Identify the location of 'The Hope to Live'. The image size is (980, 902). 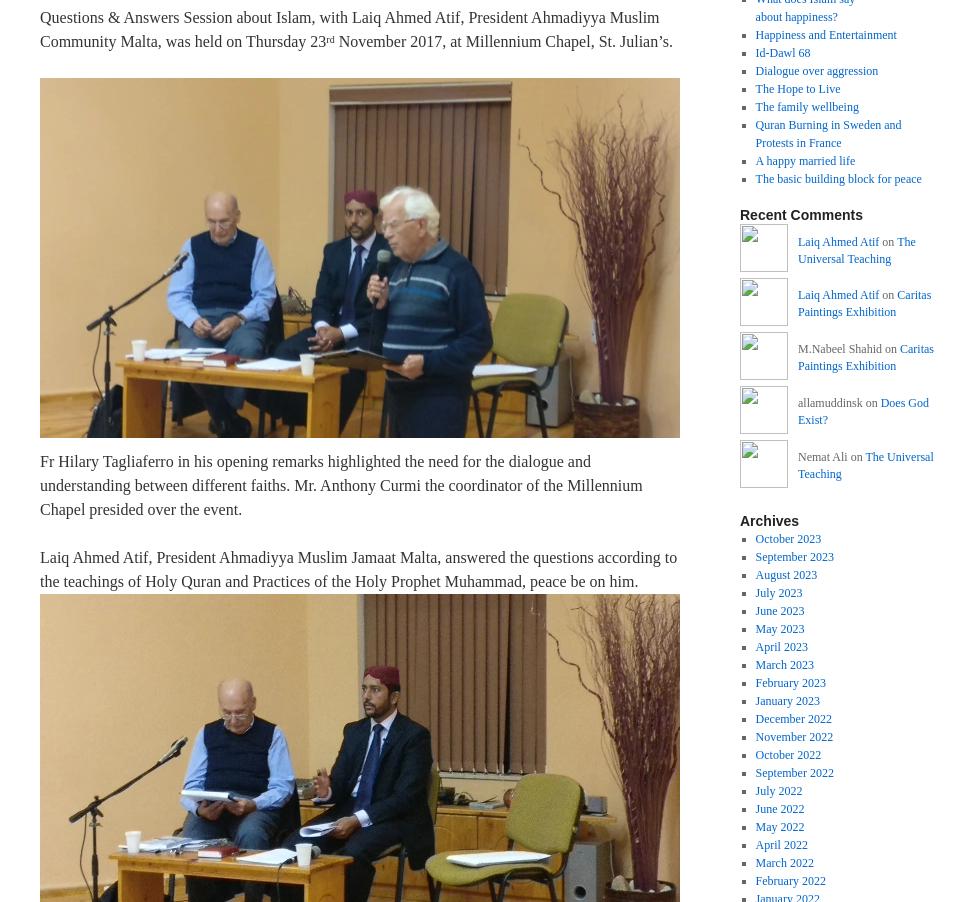
(797, 89).